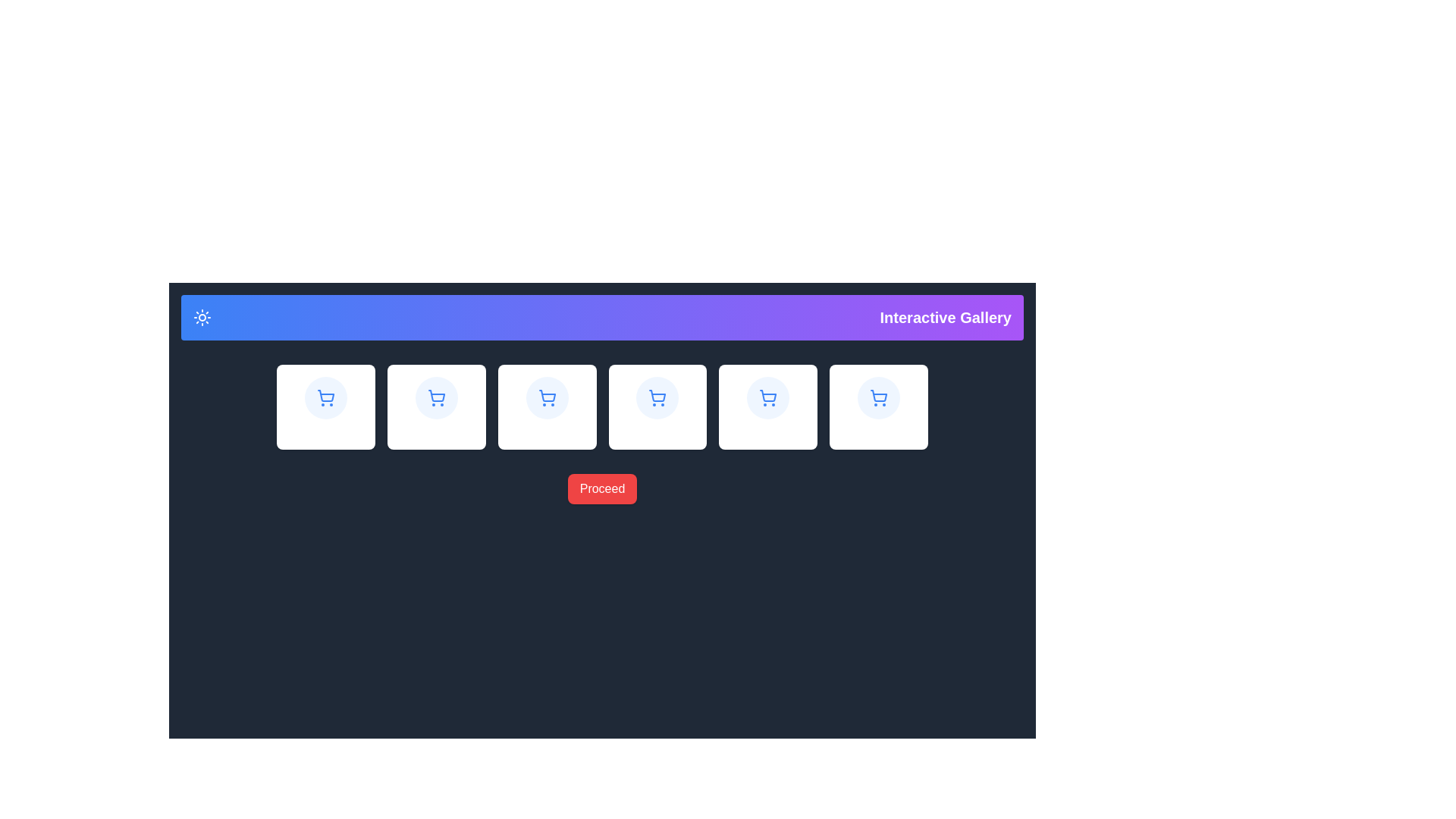  I want to click on the blue outlined shopping cart icon, which is centrally positioned in its square card with a white background, so click(879, 395).